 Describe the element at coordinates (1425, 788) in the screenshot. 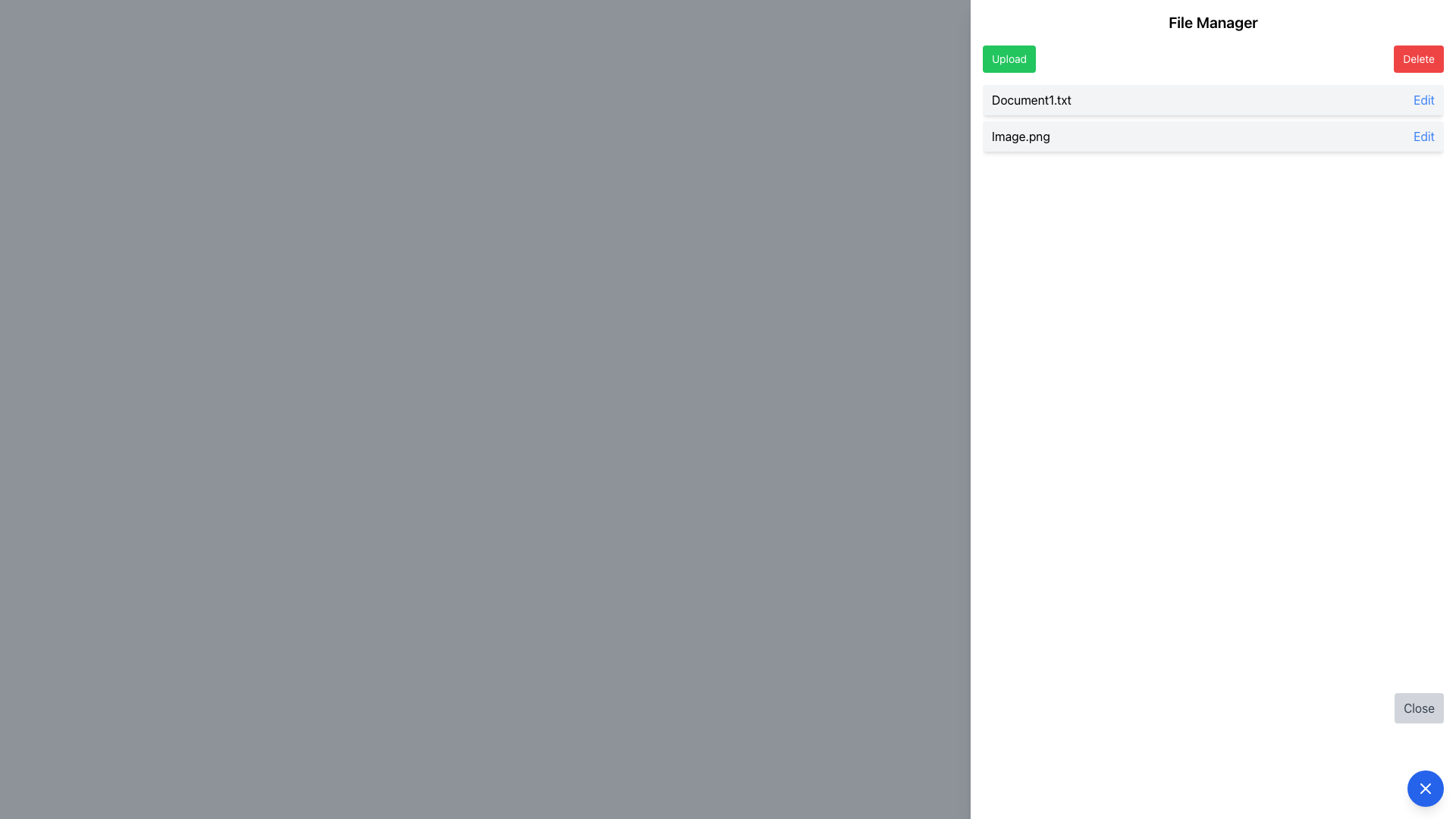

I see `the circular blue button with a white 'X' icon located at the bottom-right corner of the interface to trigger a tooltip or visual feedback` at that location.